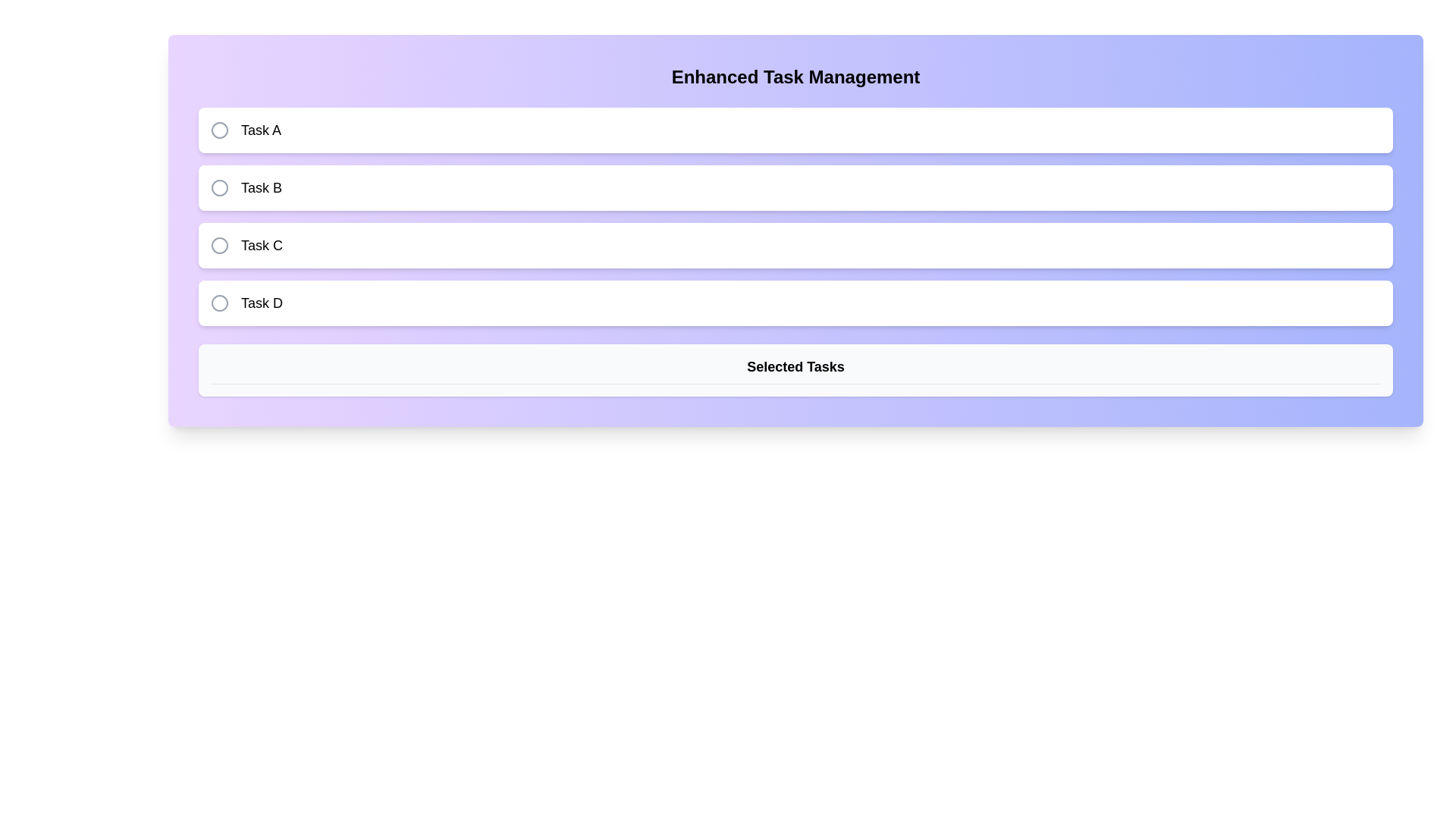 This screenshot has height=819, width=1456. Describe the element at coordinates (218, 303) in the screenshot. I see `the SVG circle element that represents the selection for 'Task D' in the vertical list of task options` at that location.